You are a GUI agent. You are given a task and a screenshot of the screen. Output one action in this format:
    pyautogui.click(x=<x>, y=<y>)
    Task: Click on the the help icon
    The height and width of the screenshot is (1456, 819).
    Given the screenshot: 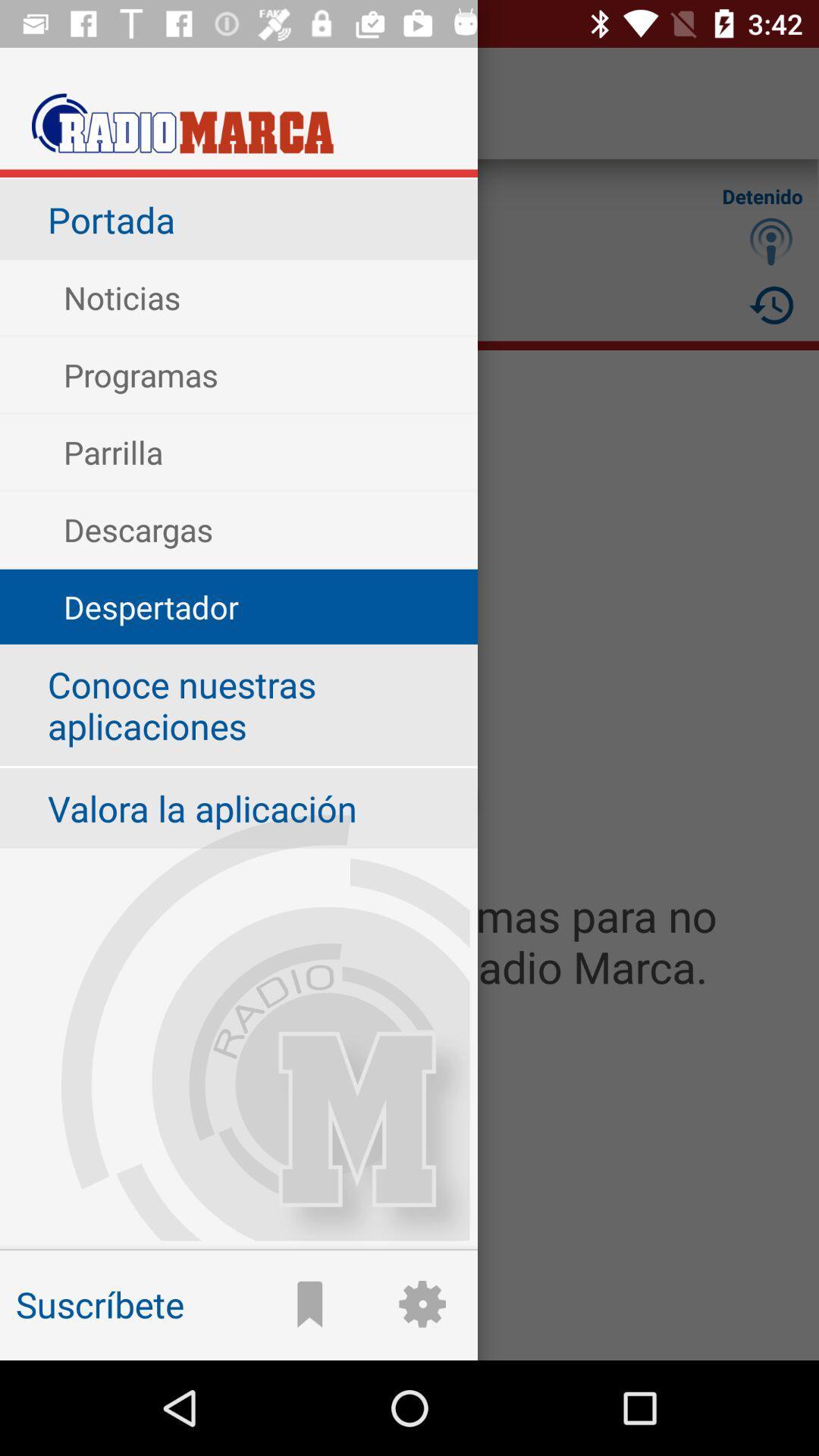 What is the action you would take?
    pyautogui.click(x=771, y=240)
    